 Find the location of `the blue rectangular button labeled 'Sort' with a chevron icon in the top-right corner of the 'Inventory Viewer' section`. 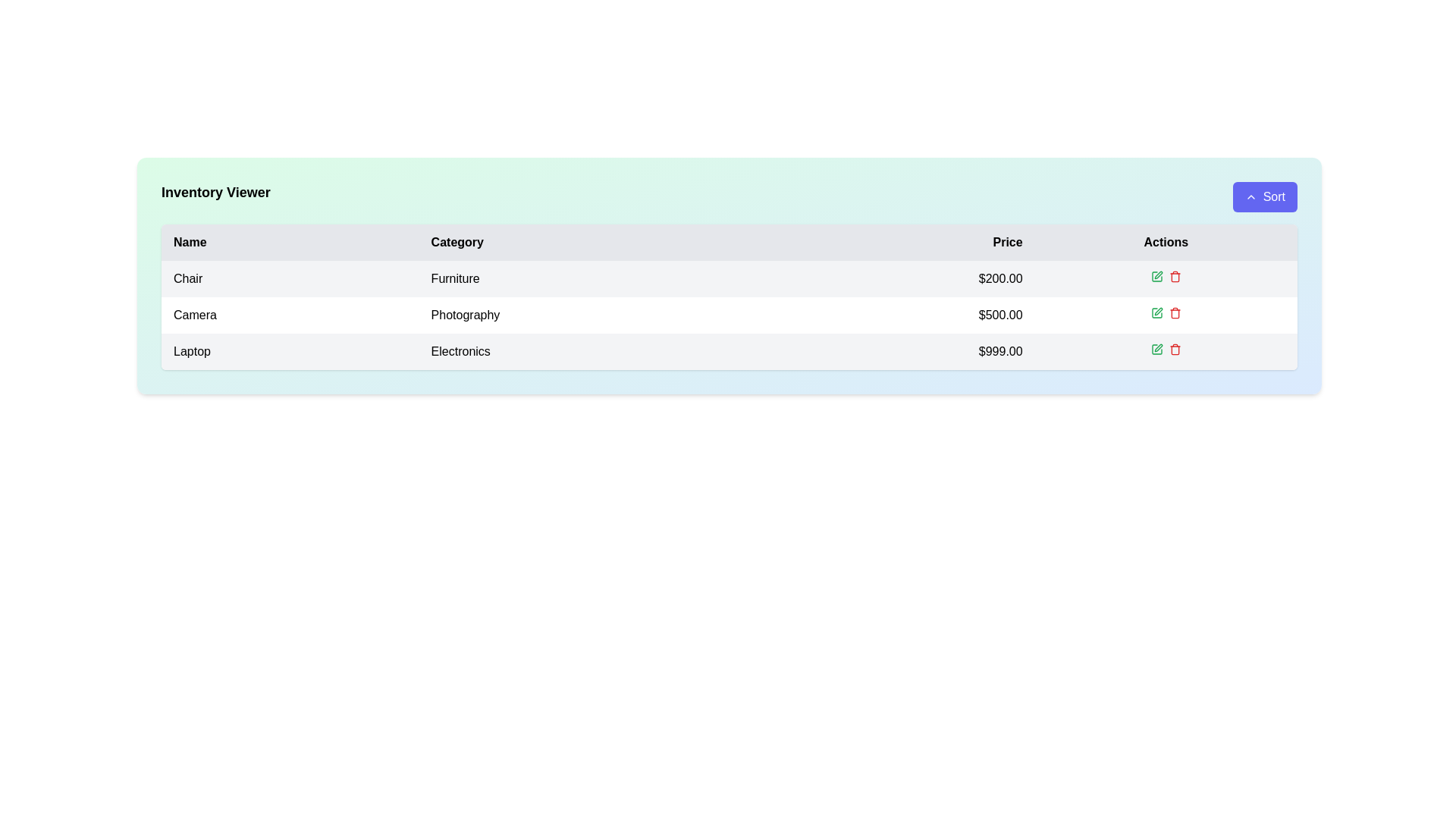

the blue rectangular button labeled 'Sort' with a chevron icon in the top-right corner of the 'Inventory Viewer' section is located at coordinates (1265, 196).